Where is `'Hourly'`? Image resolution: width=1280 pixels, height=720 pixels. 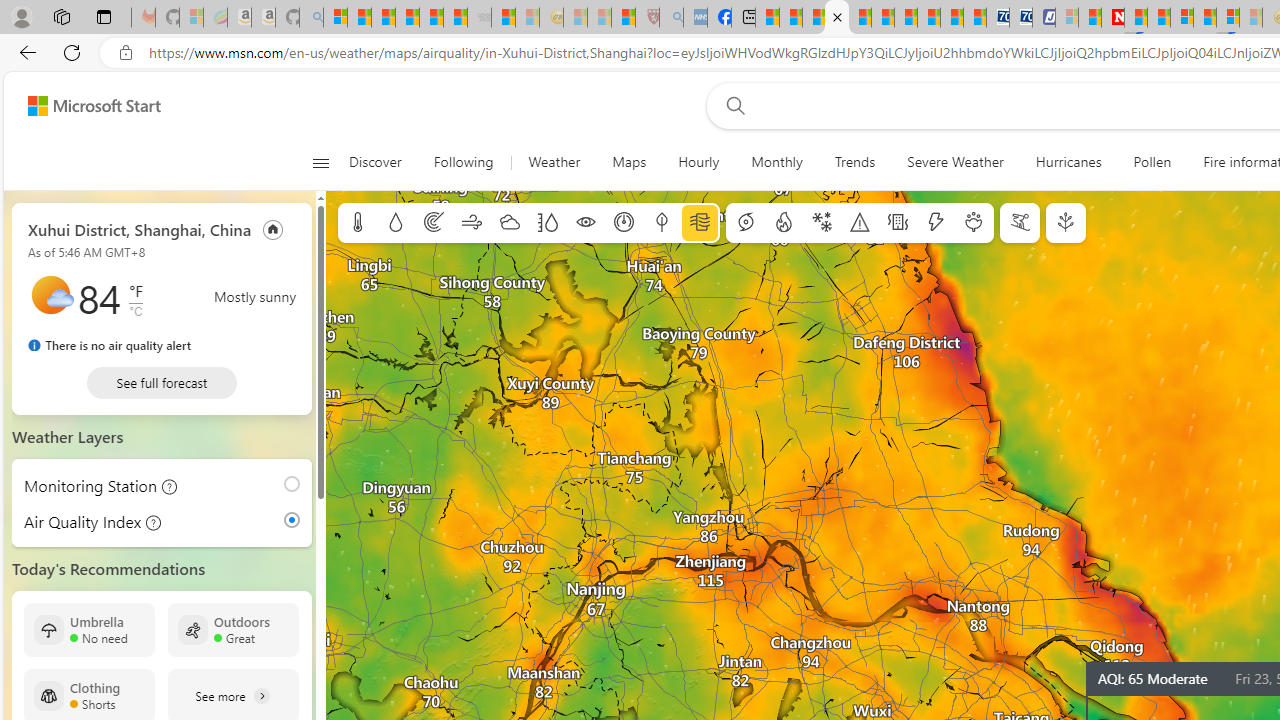
'Hourly' is located at coordinates (698, 162).